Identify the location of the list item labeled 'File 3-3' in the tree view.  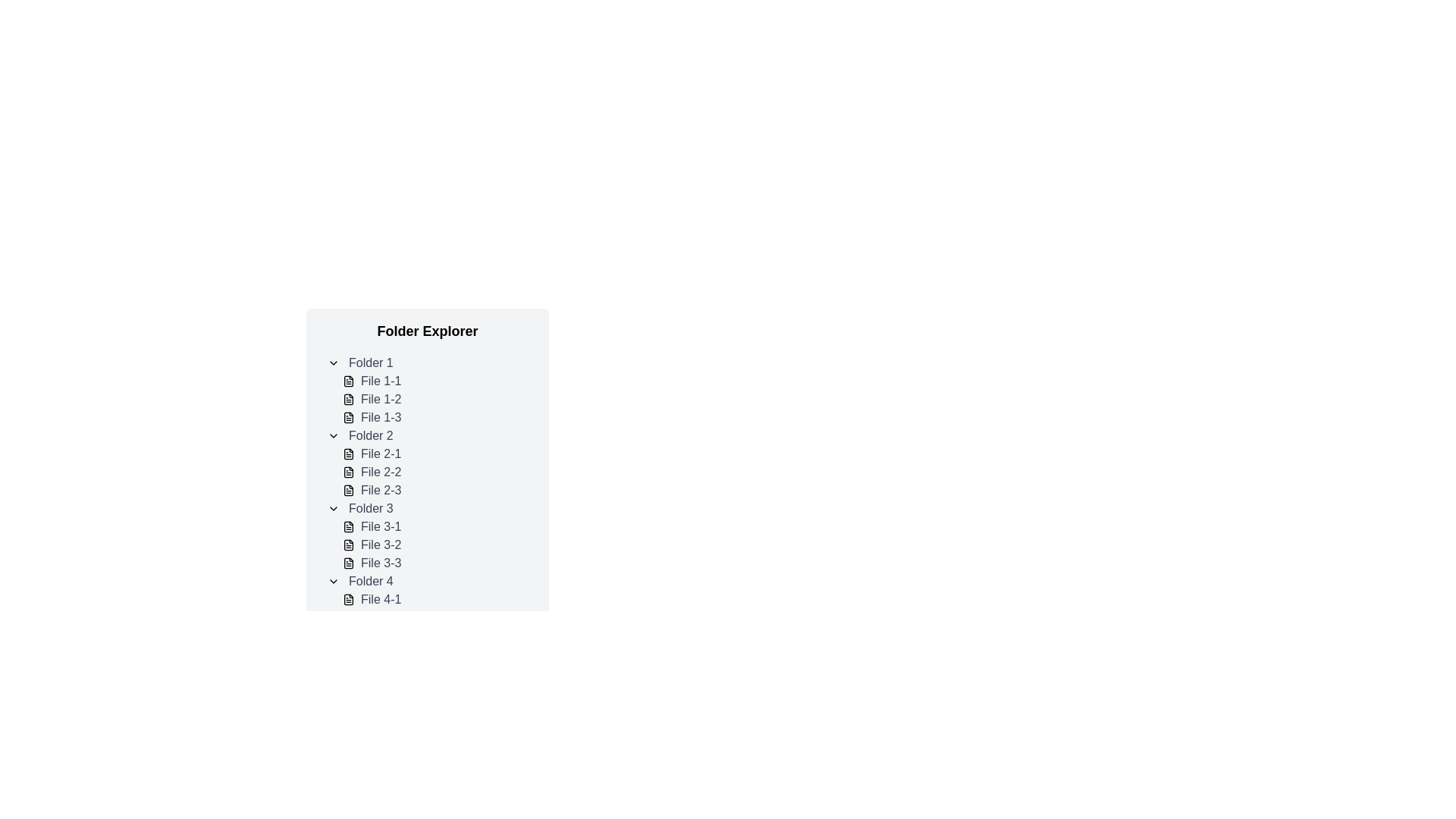
(439, 563).